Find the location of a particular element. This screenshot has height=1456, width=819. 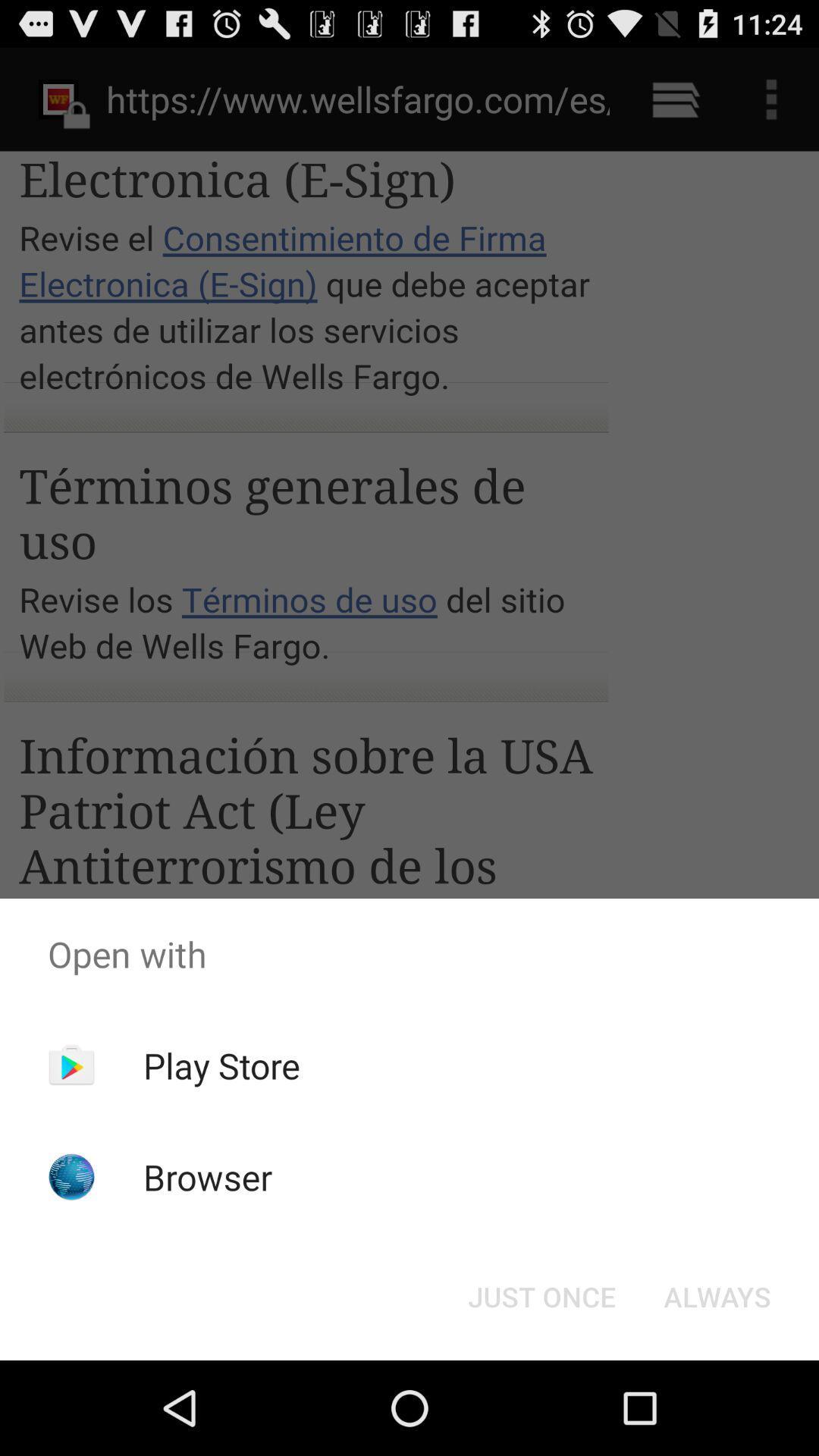

the app above browser item is located at coordinates (221, 1065).